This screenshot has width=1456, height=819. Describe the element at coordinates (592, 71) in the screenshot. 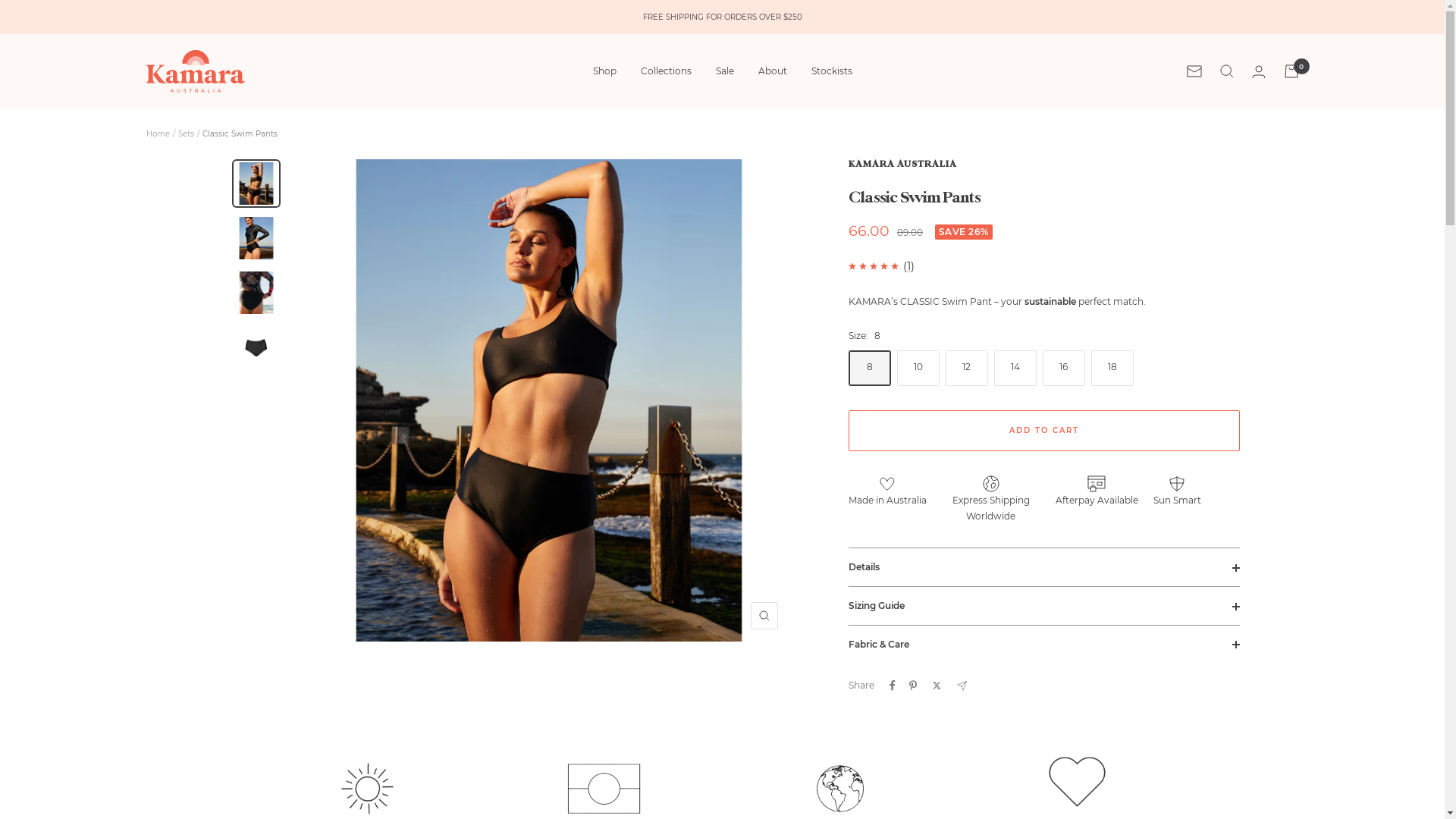

I see `'Shop'` at that location.